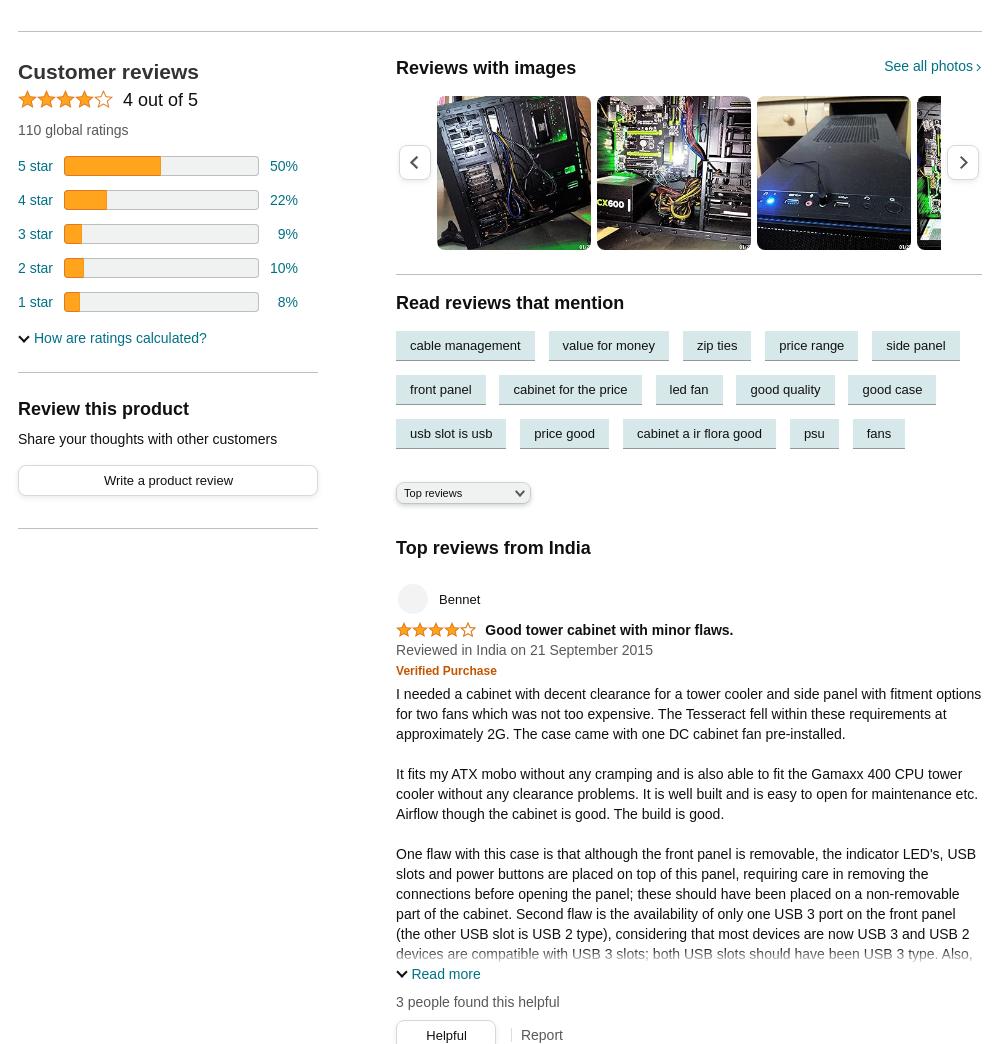 The height and width of the screenshot is (1044, 1000). What do you see at coordinates (687, 792) in the screenshot?
I see `'It fits my ATX mobo without any cramping and is also able to fit the Gamaxx 400 CPU tower cooler without any clearance problems. It is well built and is easy to open for maintenance etc. Airflow though the cabinet is good. The build is good.'` at bounding box center [687, 792].